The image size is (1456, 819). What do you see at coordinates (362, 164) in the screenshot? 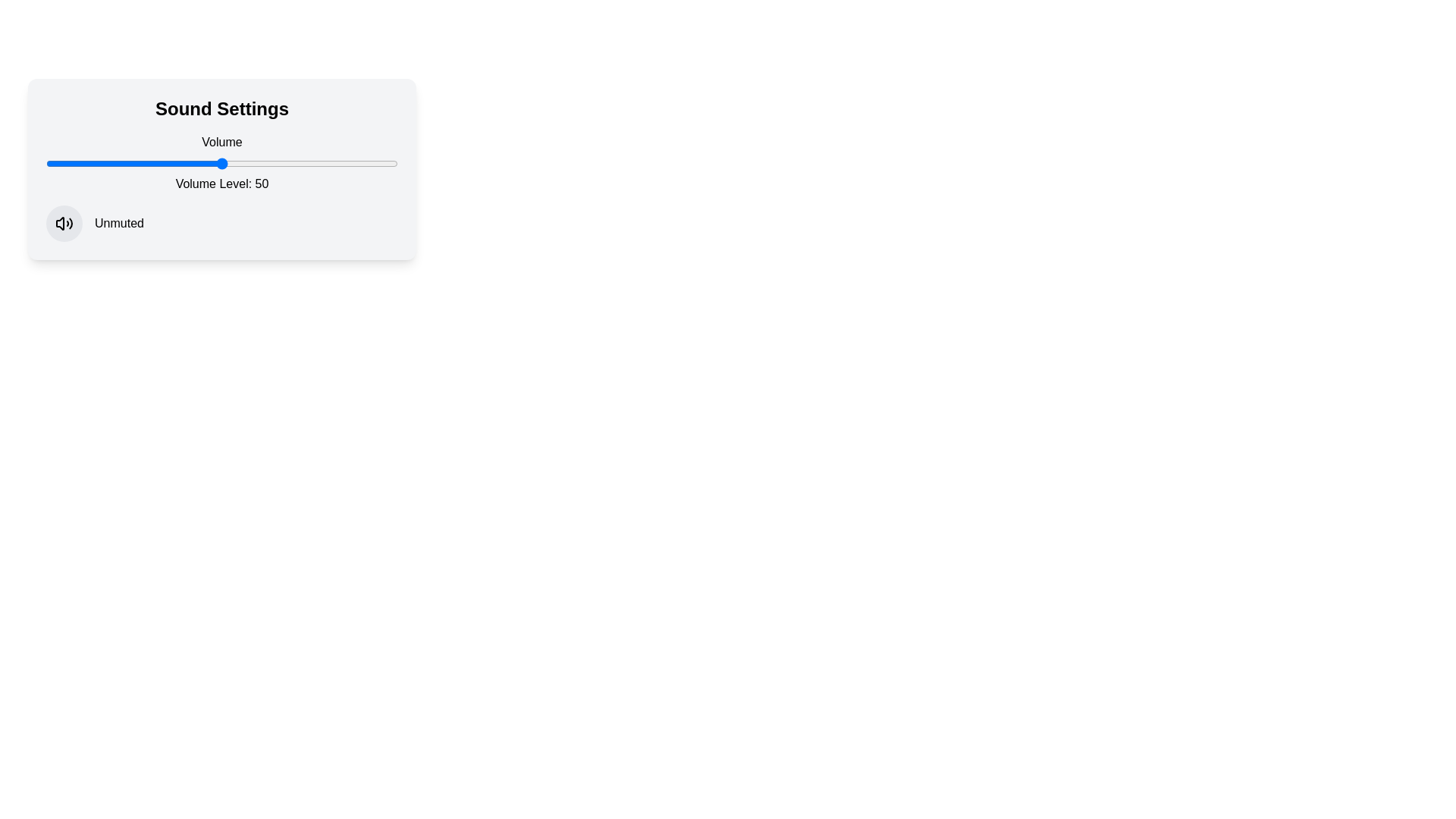
I see `the volume` at bounding box center [362, 164].